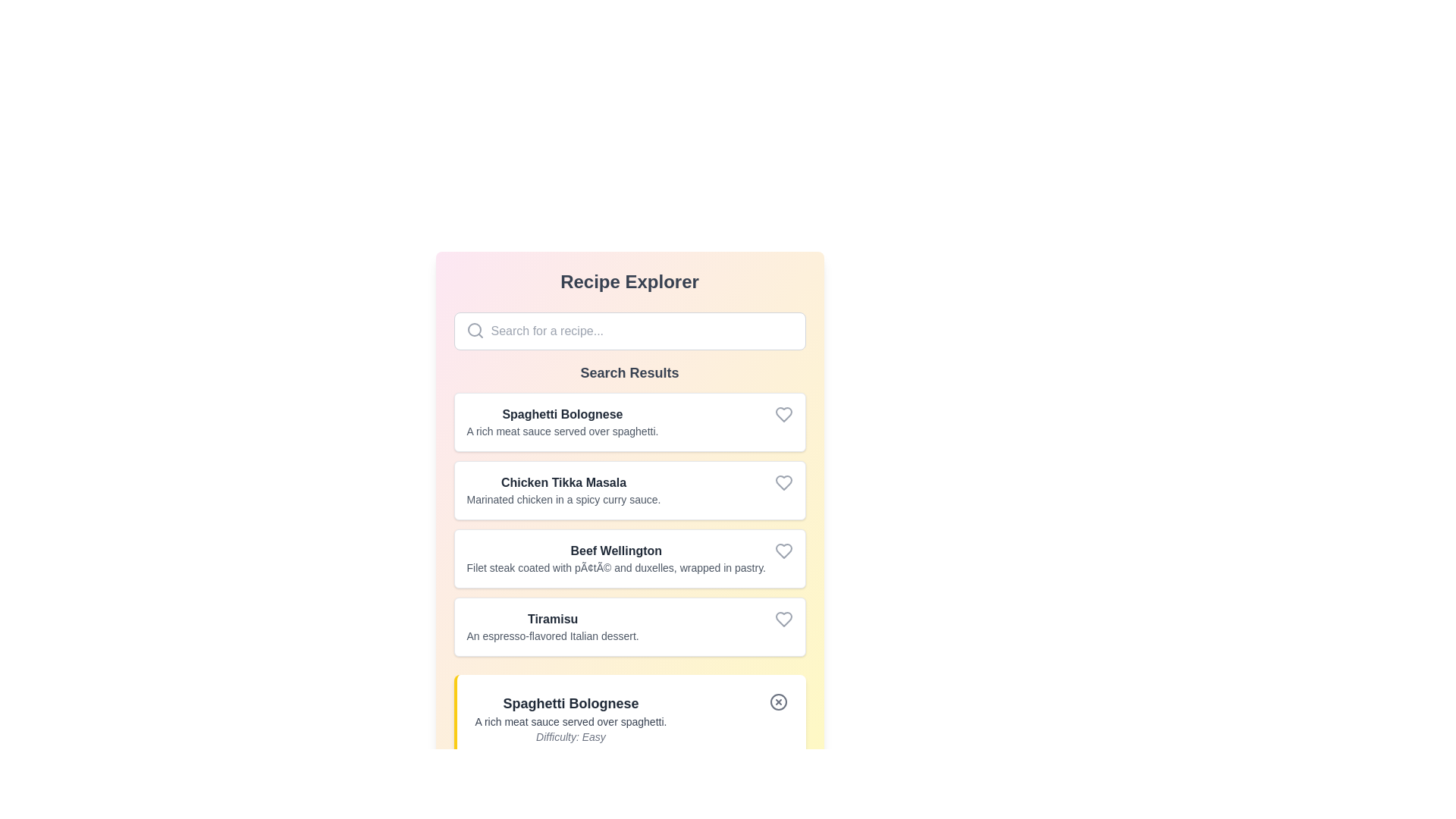 The height and width of the screenshot is (819, 1456). I want to click on to select the first recipe entry in the list, which displays the name and description of the recipe above 'Chicken Tikka Masala', so click(561, 422).